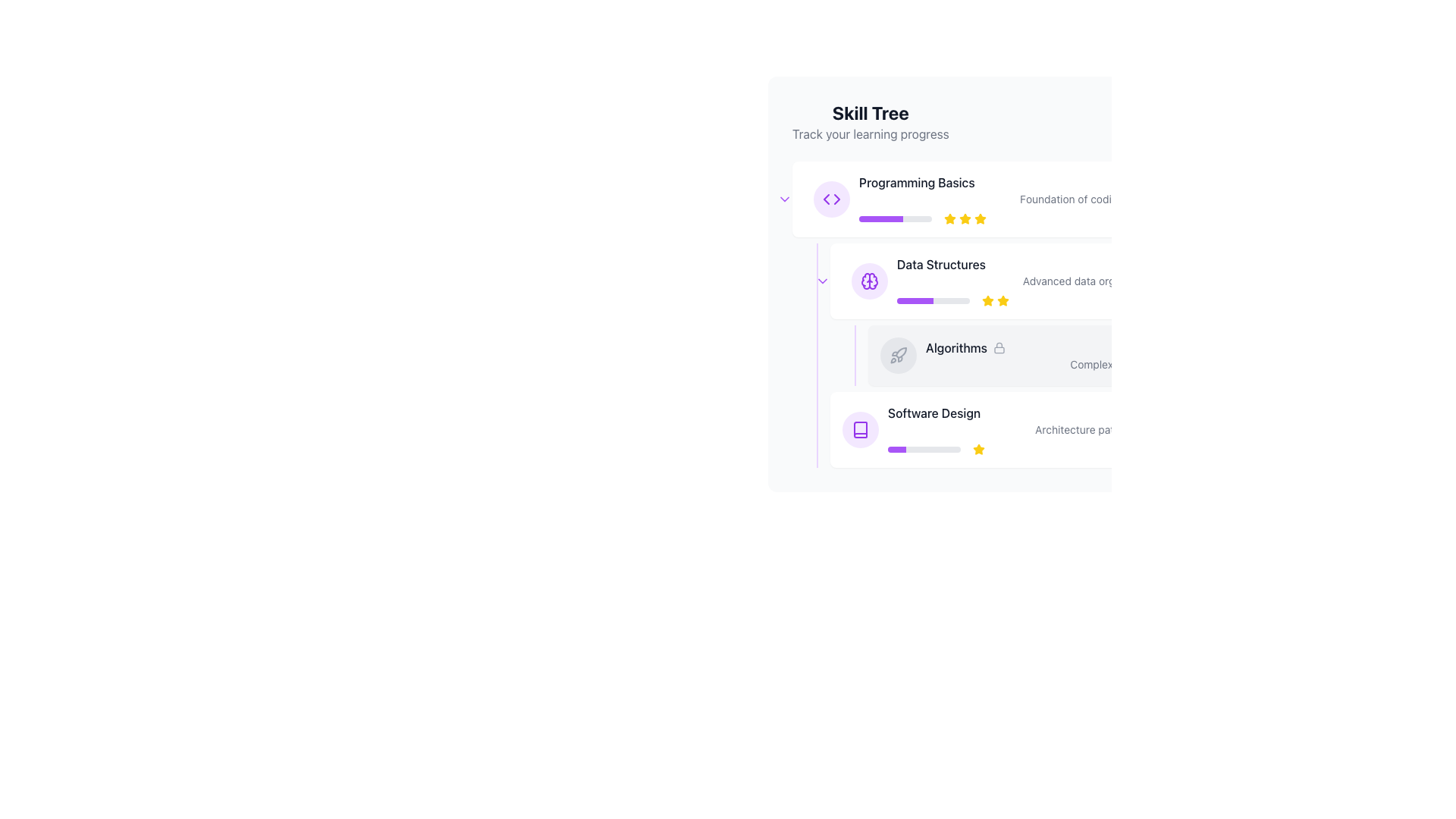 This screenshot has width=1456, height=819. What do you see at coordinates (1090, 281) in the screenshot?
I see `the text label that provides additional information for the 'Data Structures' item within the Skill Tree interface` at bounding box center [1090, 281].